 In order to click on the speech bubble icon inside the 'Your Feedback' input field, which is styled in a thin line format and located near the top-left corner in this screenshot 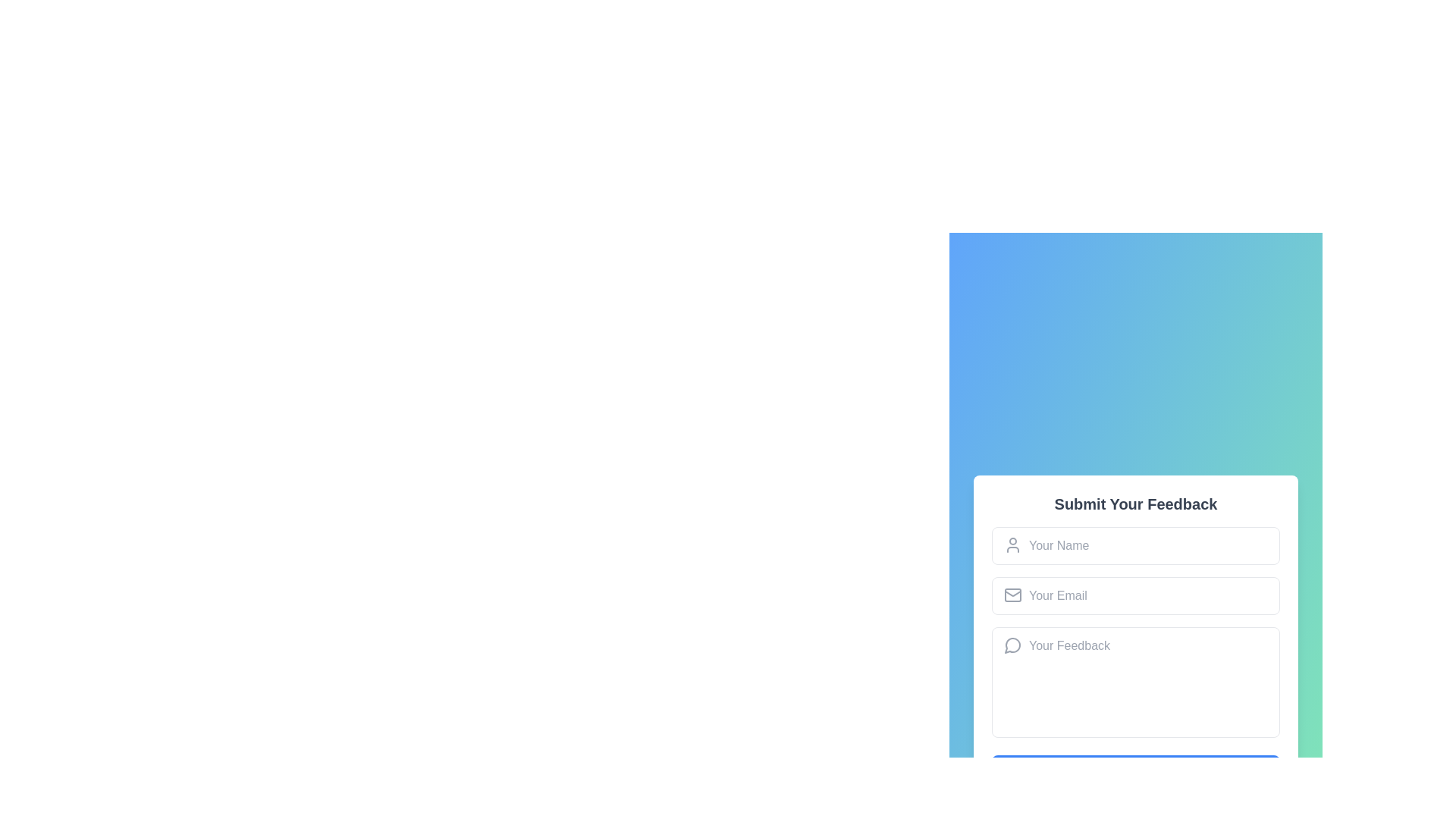, I will do `click(1012, 644)`.